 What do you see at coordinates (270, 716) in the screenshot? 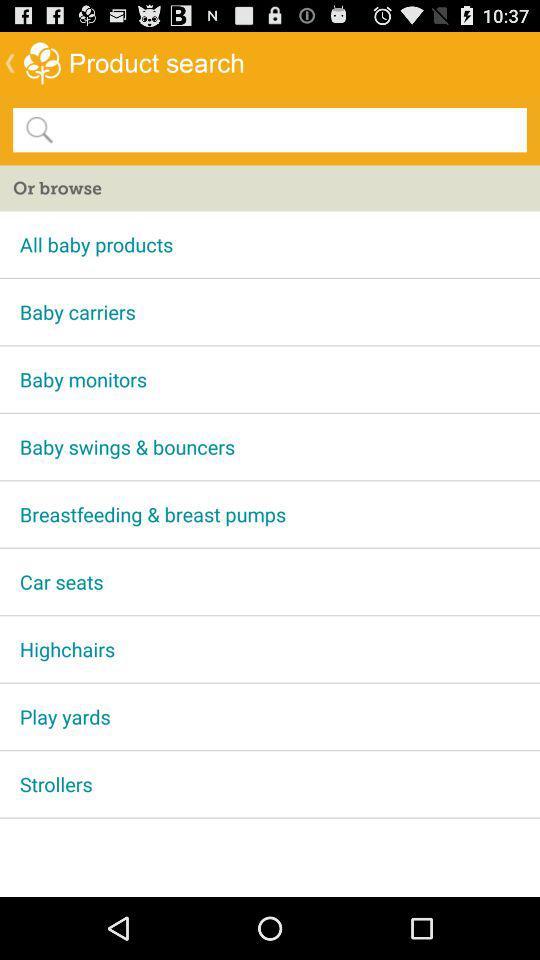
I see `the item below highchairs item` at bounding box center [270, 716].